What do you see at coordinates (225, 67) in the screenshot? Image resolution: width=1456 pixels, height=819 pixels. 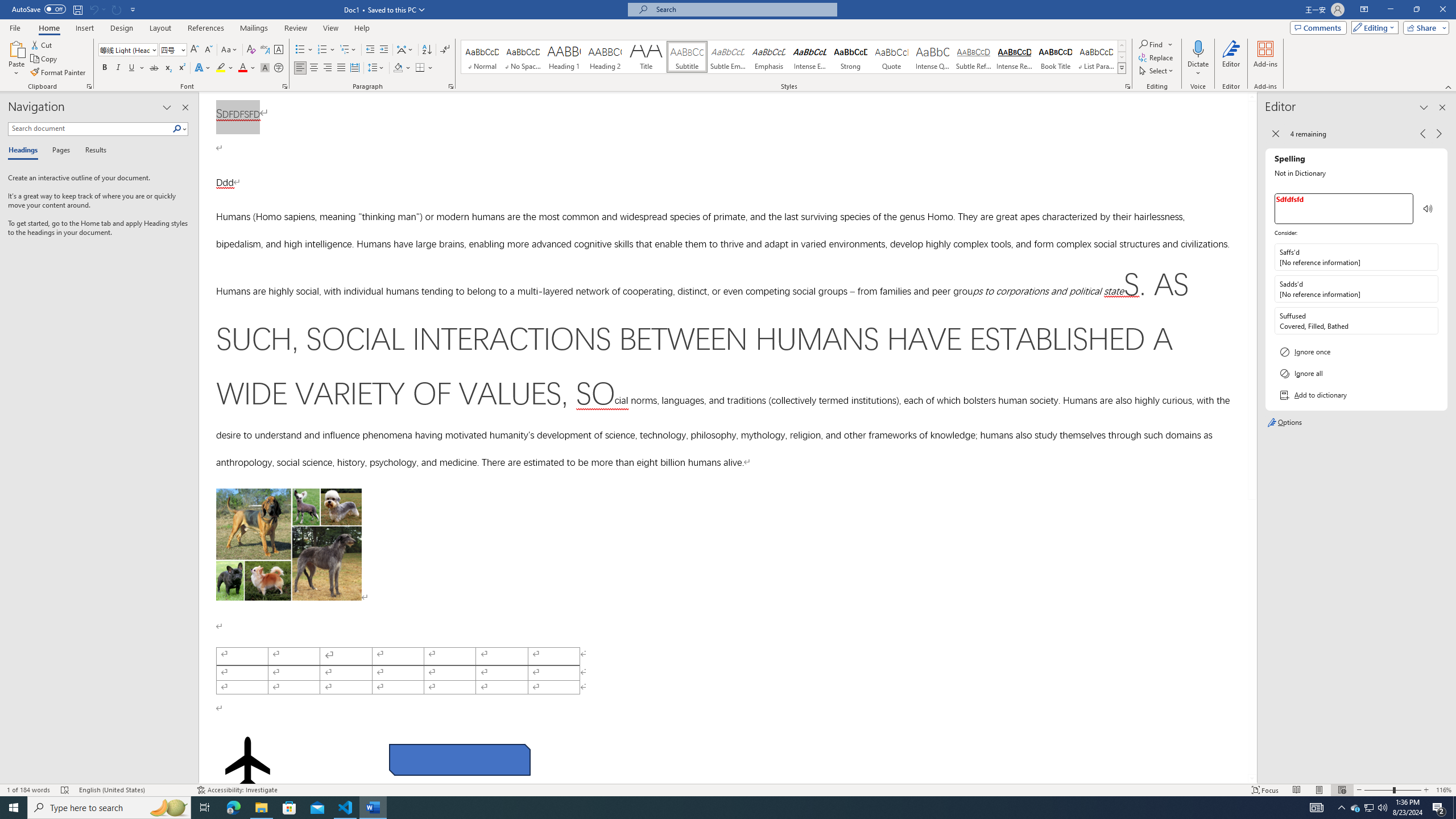 I see `'Text Highlight Color'` at bounding box center [225, 67].